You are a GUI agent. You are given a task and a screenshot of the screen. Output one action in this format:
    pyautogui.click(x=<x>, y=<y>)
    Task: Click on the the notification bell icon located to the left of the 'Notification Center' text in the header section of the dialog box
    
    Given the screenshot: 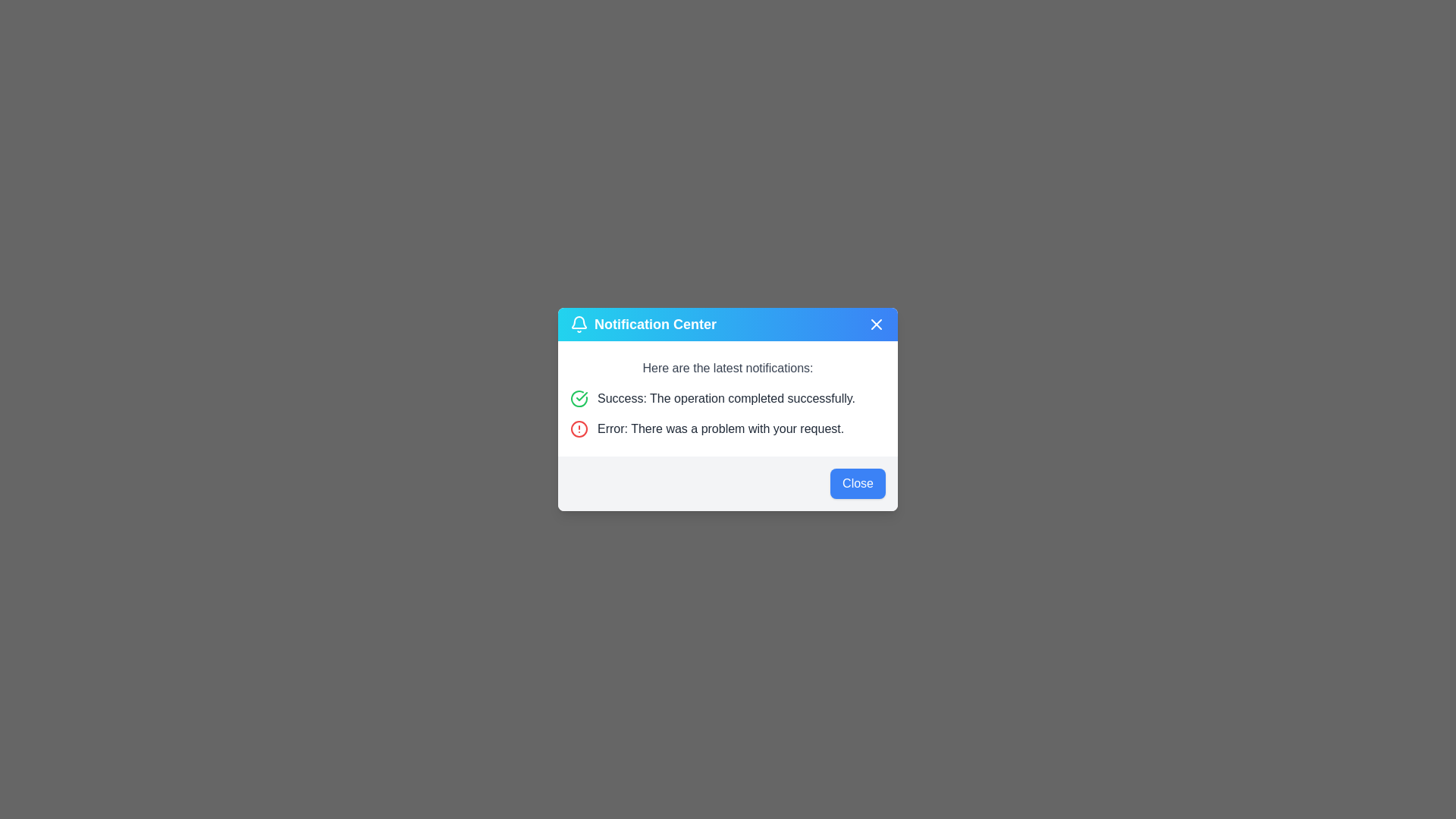 What is the action you would take?
    pyautogui.click(x=578, y=324)
    